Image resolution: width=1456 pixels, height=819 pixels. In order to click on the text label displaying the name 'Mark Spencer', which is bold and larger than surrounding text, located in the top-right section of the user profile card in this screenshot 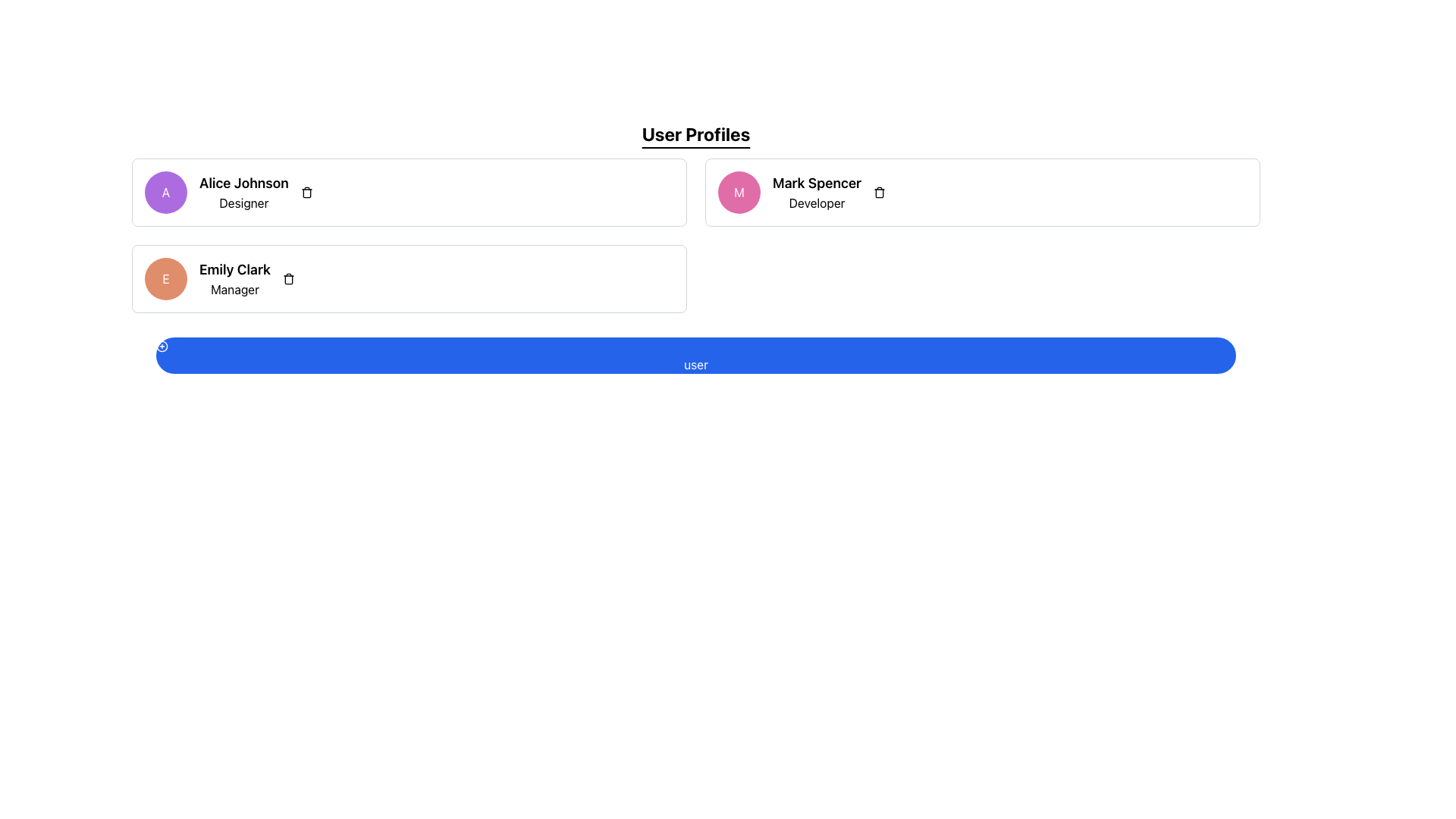, I will do `click(816, 183)`.